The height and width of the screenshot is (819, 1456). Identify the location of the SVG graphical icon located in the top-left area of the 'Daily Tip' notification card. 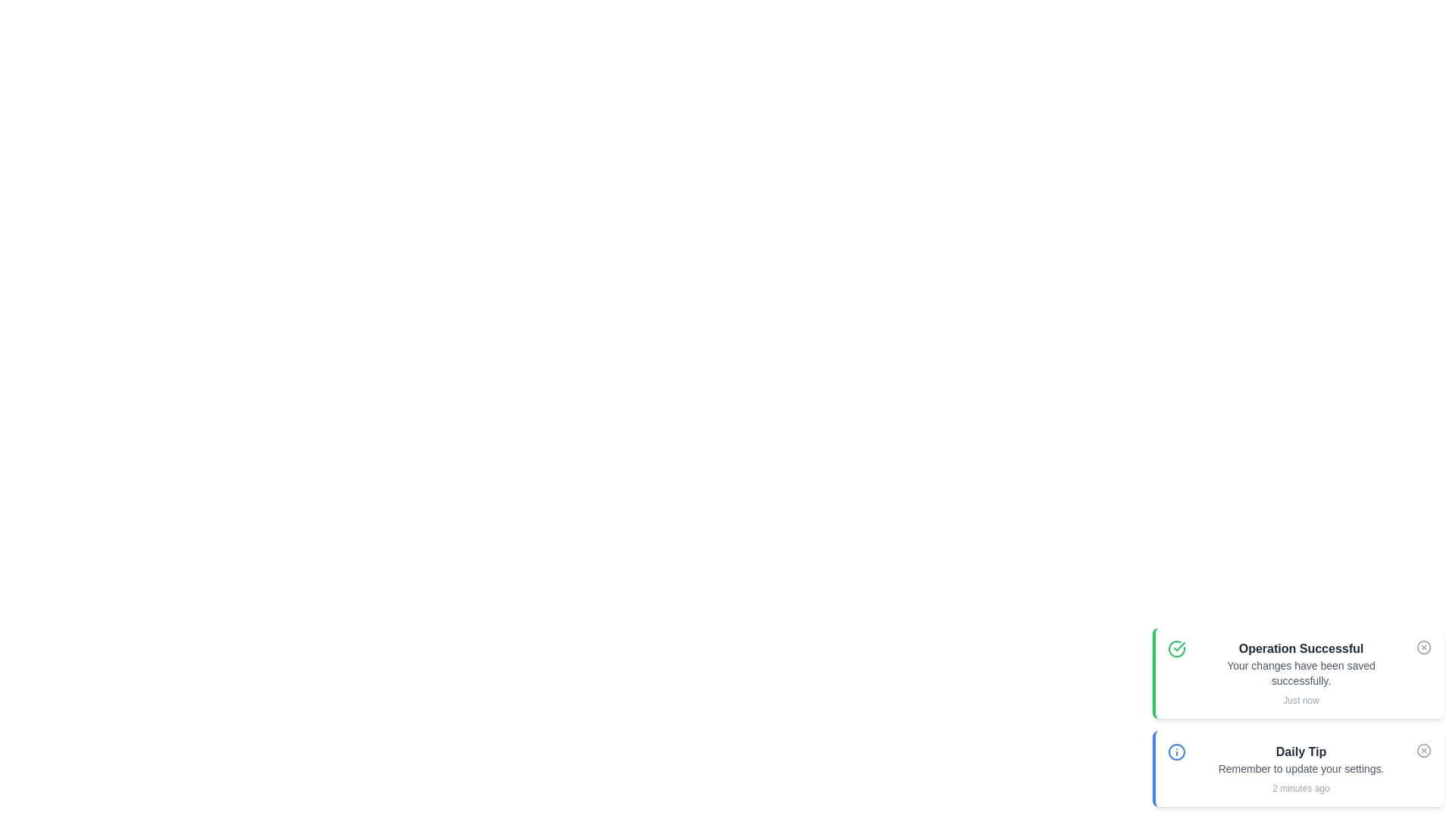
(1175, 752).